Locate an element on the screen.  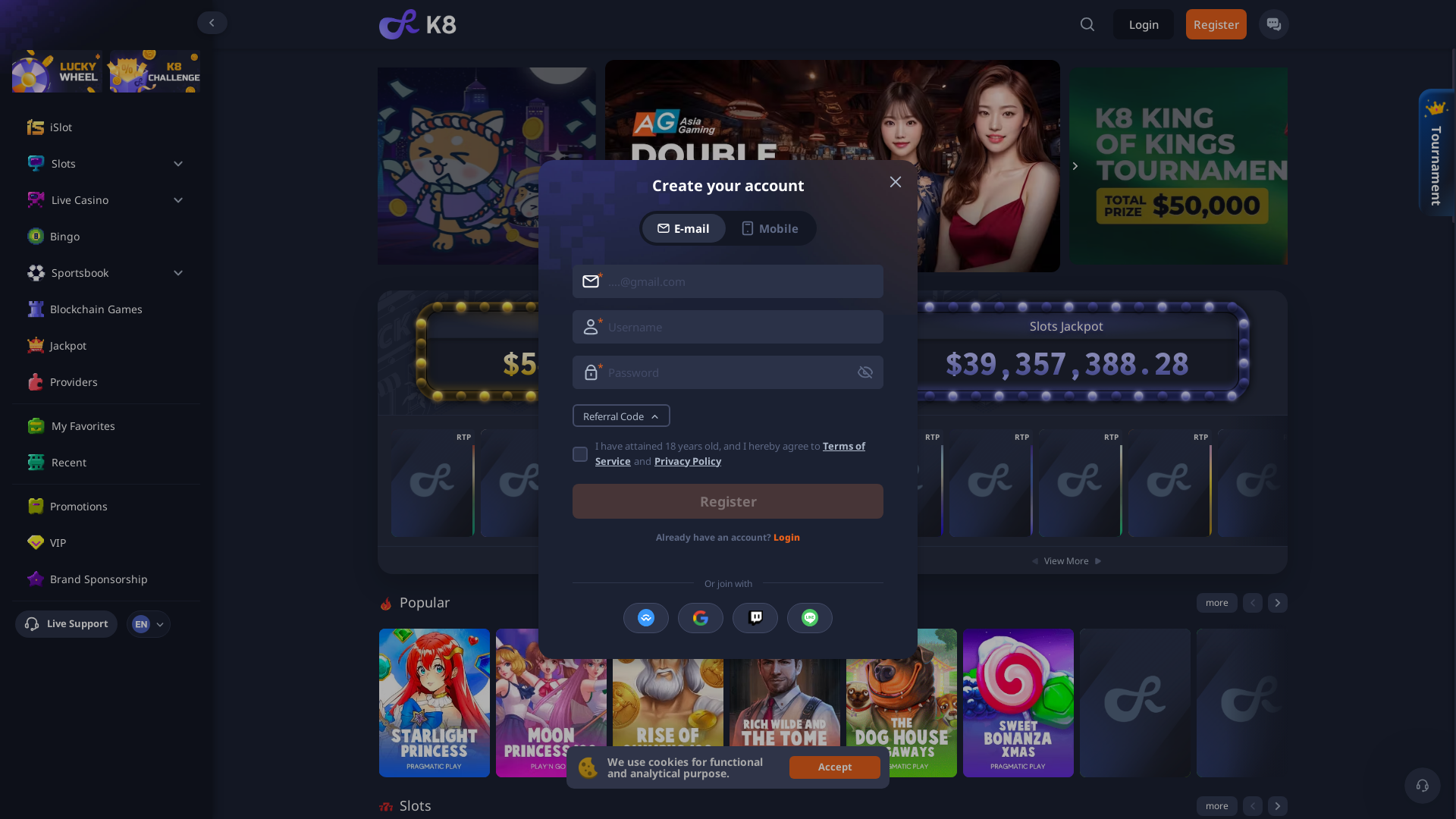
'more' is located at coordinates (1216, 601).